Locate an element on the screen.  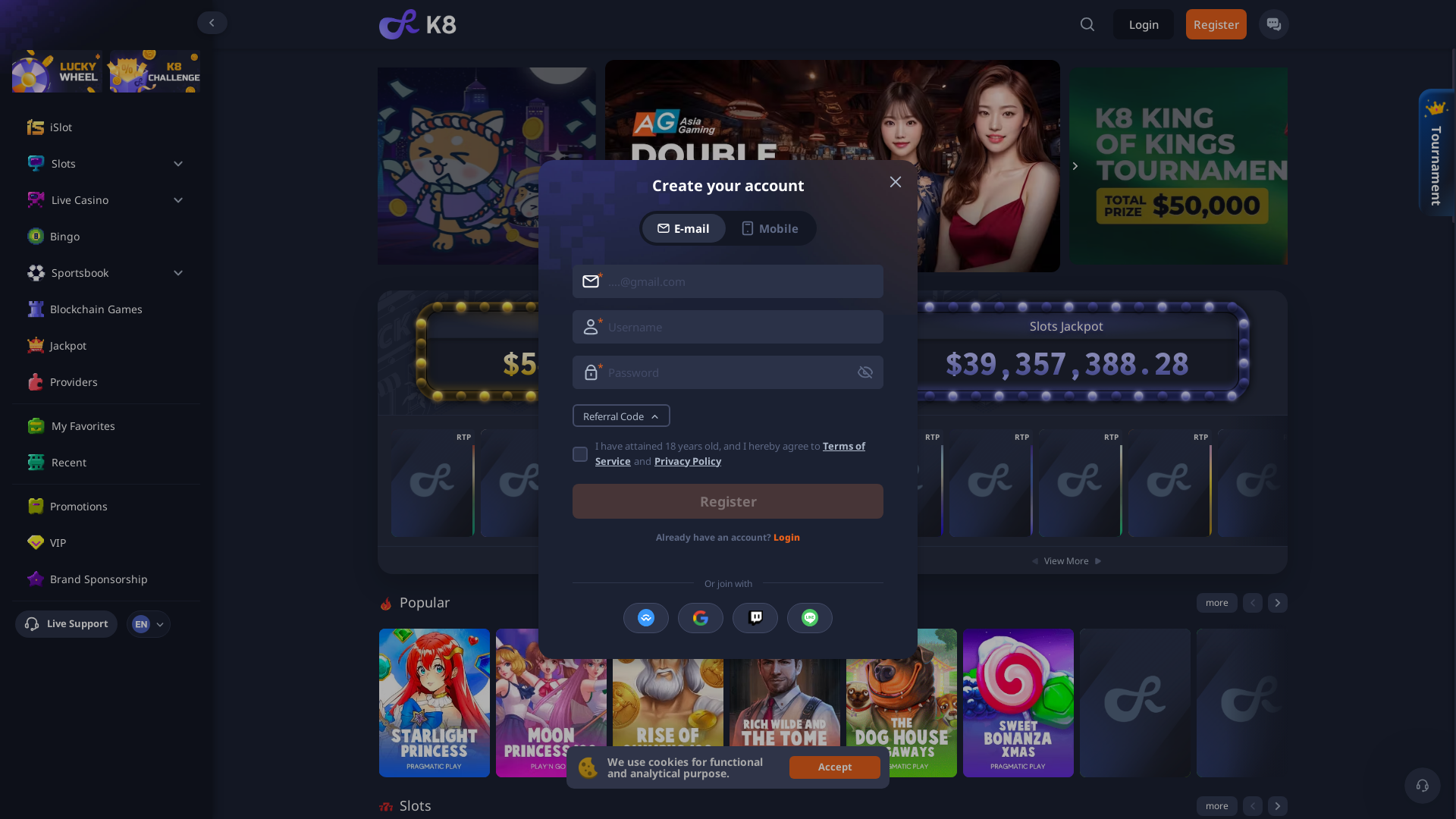
'more' is located at coordinates (1216, 601).